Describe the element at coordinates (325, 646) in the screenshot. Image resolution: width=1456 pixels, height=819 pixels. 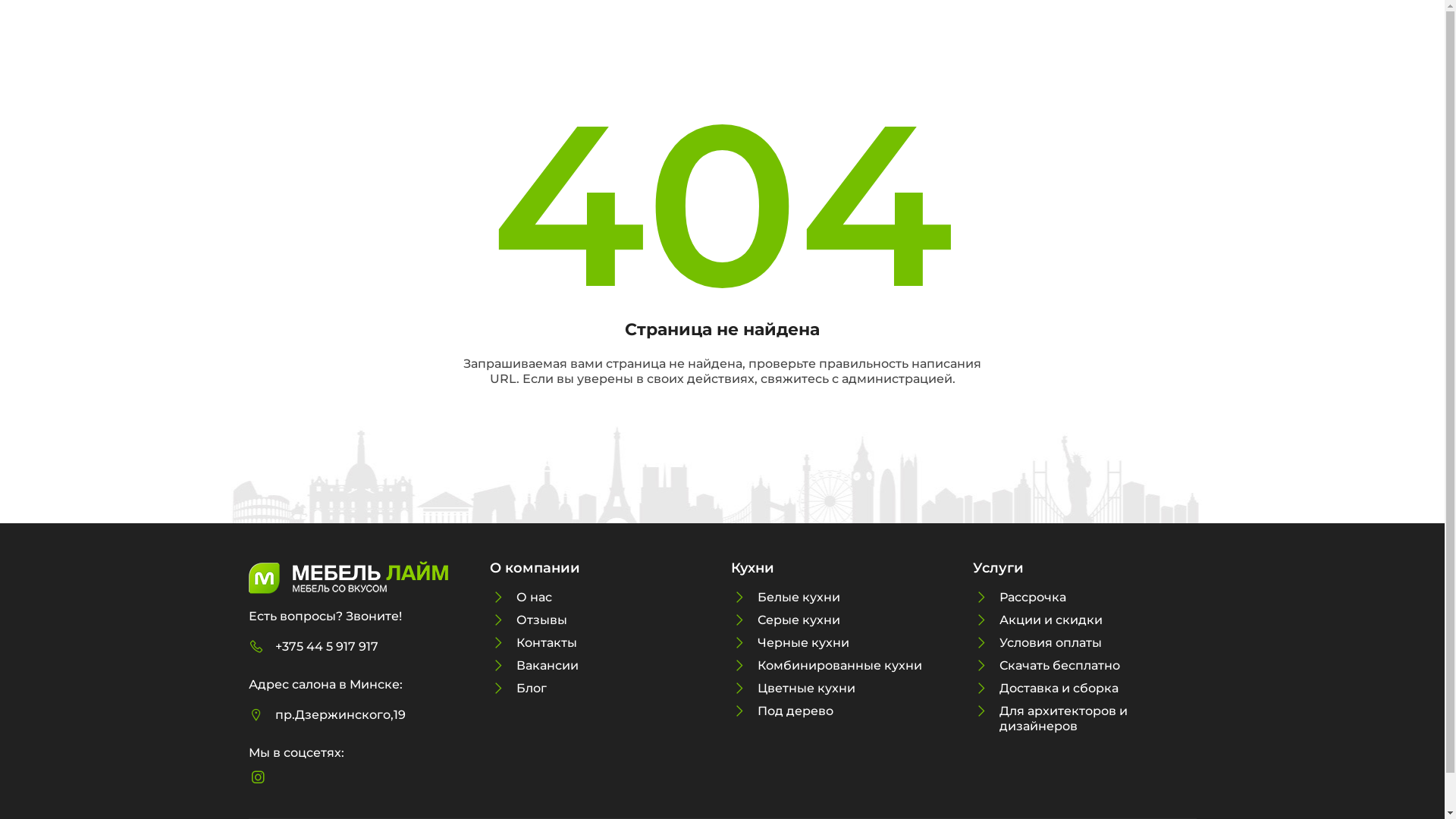
I see `'+375 44 5 917 917'` at that location.